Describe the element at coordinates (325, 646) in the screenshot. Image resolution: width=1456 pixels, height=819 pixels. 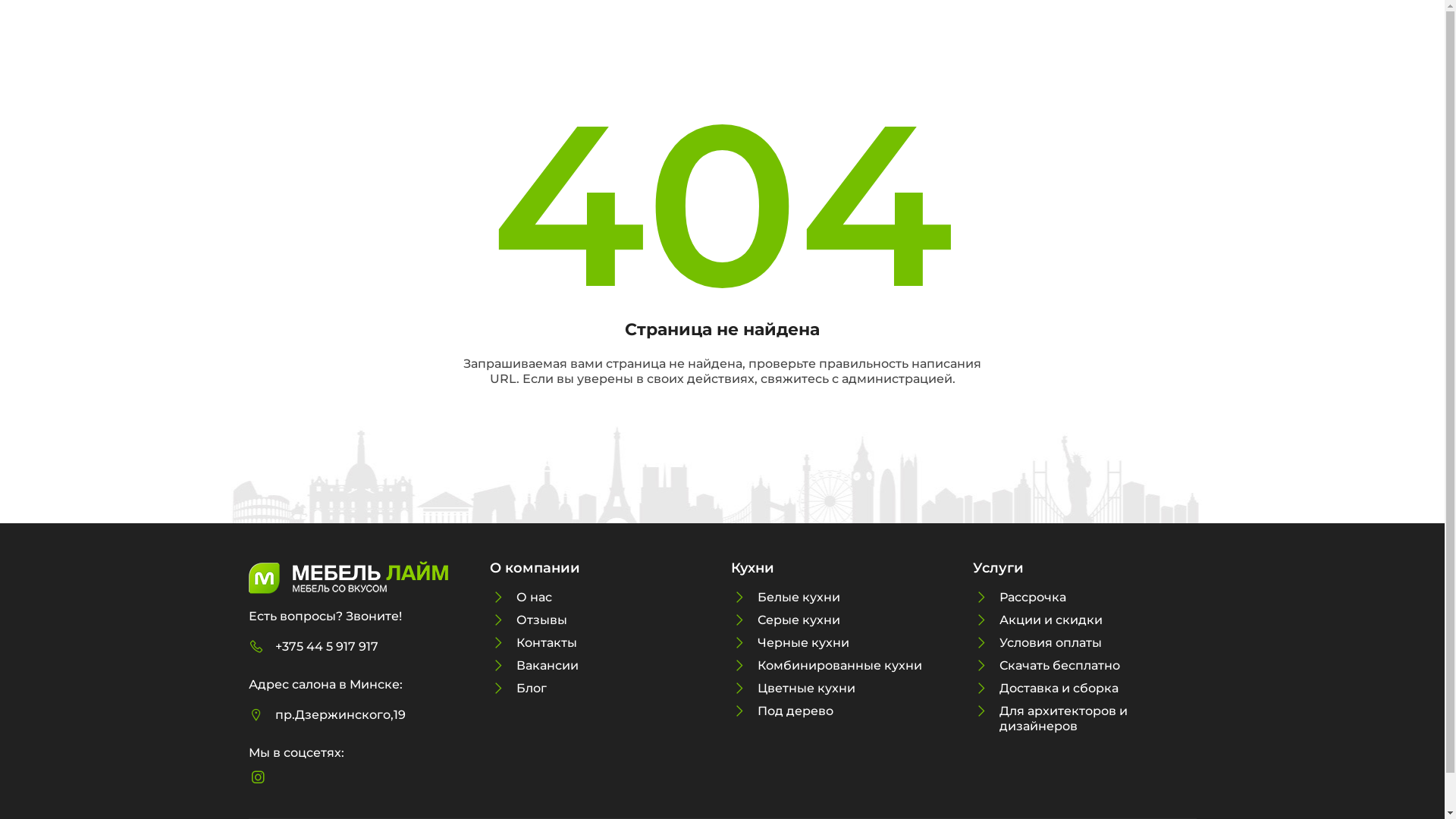
I see `'+375 44 5 917 917'` at that location.